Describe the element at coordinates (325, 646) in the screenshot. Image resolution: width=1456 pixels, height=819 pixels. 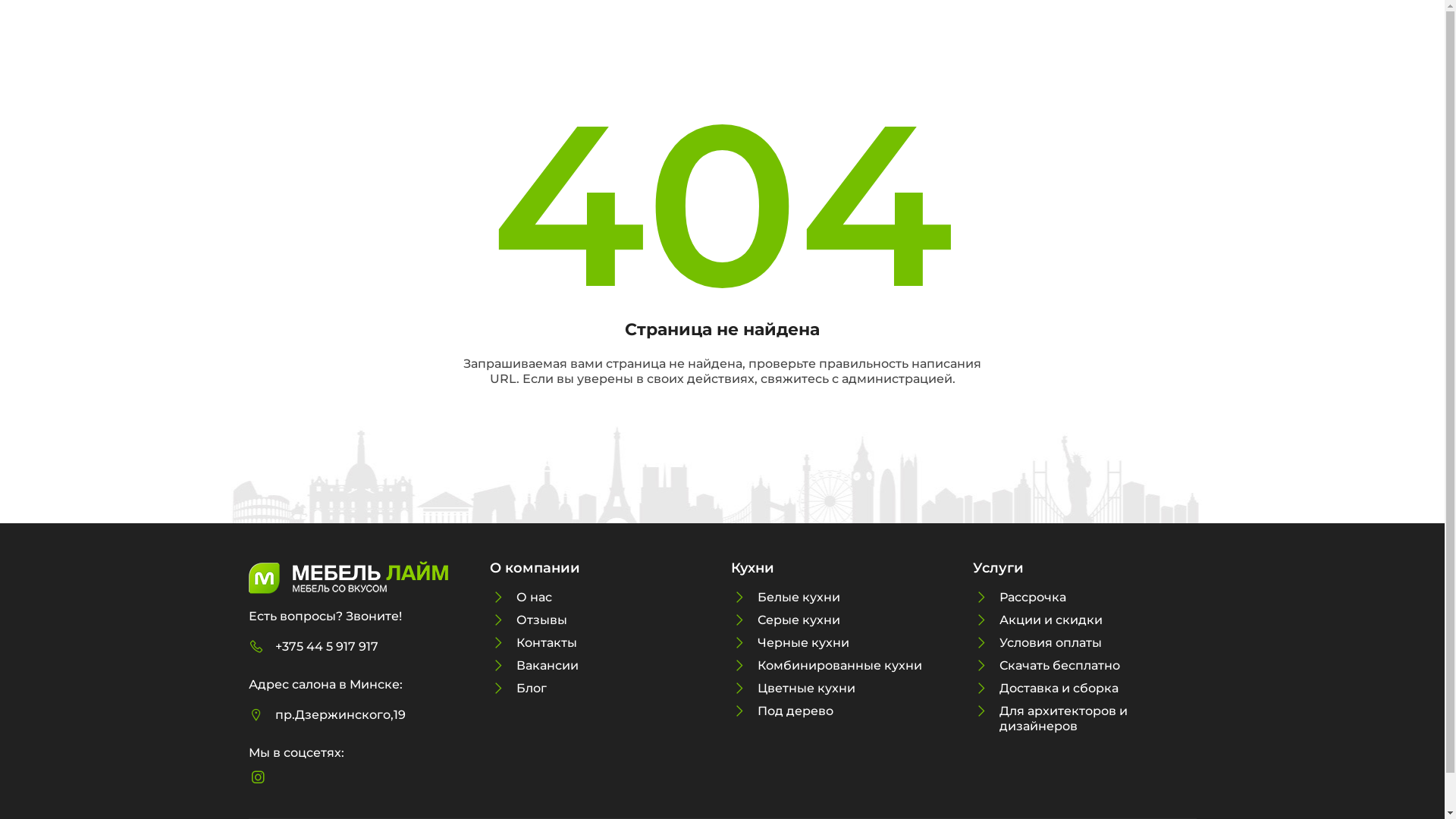
I see `'+375 44 5 917 917'` at that location.